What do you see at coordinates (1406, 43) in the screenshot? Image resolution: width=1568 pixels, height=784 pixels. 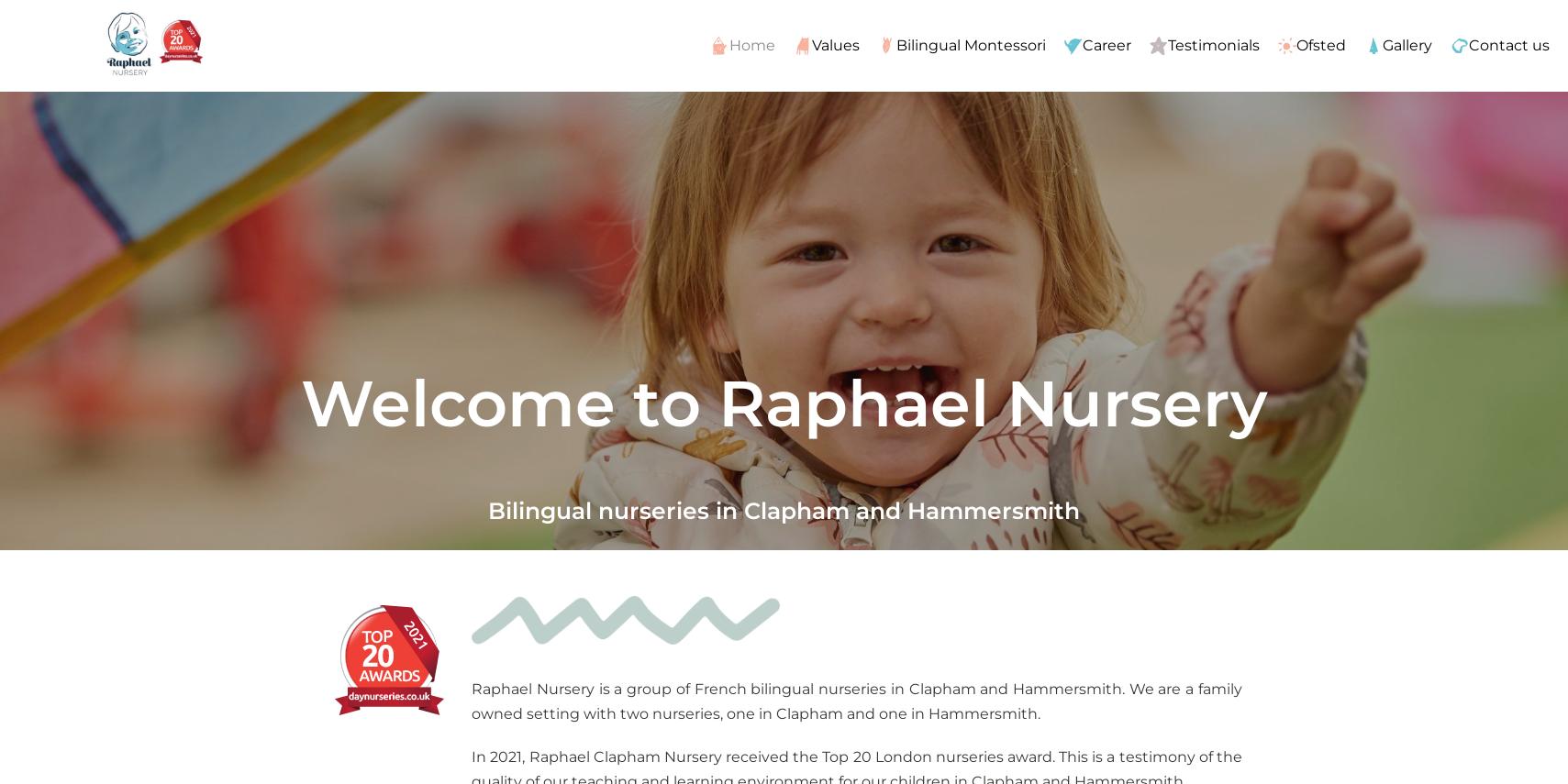 I see `'Gallery'` at bounding box center [1406, 43].